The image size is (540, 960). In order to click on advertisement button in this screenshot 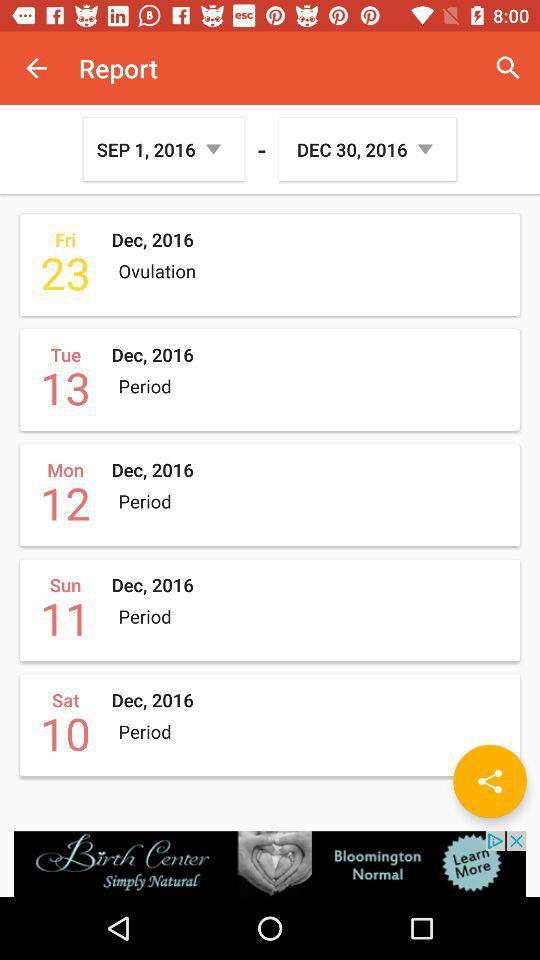, I will do `click(270, 863)`.